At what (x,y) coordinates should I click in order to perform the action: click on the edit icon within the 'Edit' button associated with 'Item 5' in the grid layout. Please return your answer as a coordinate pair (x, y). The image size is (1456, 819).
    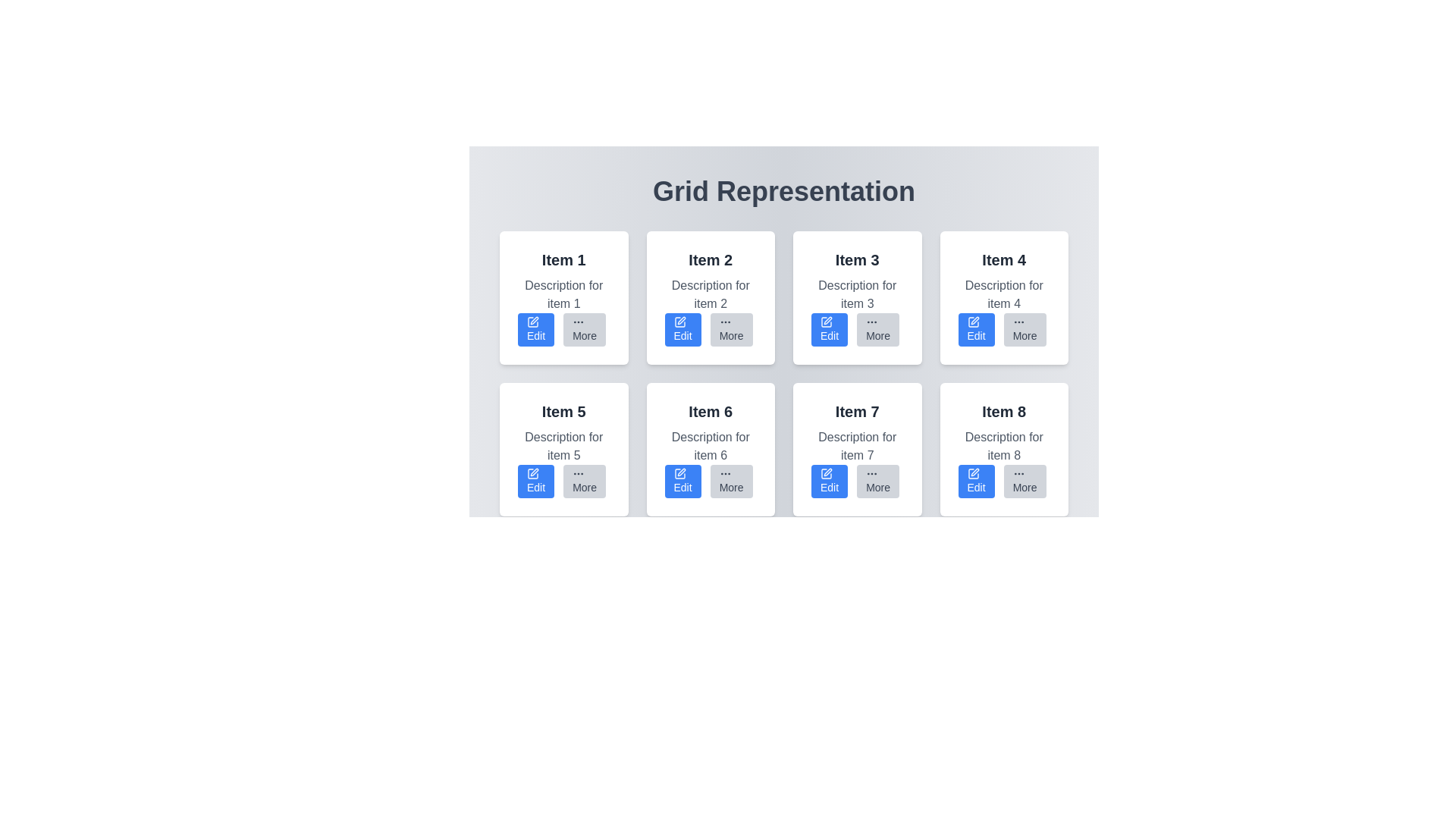
    Looking at the image, I should click on (535, 472).